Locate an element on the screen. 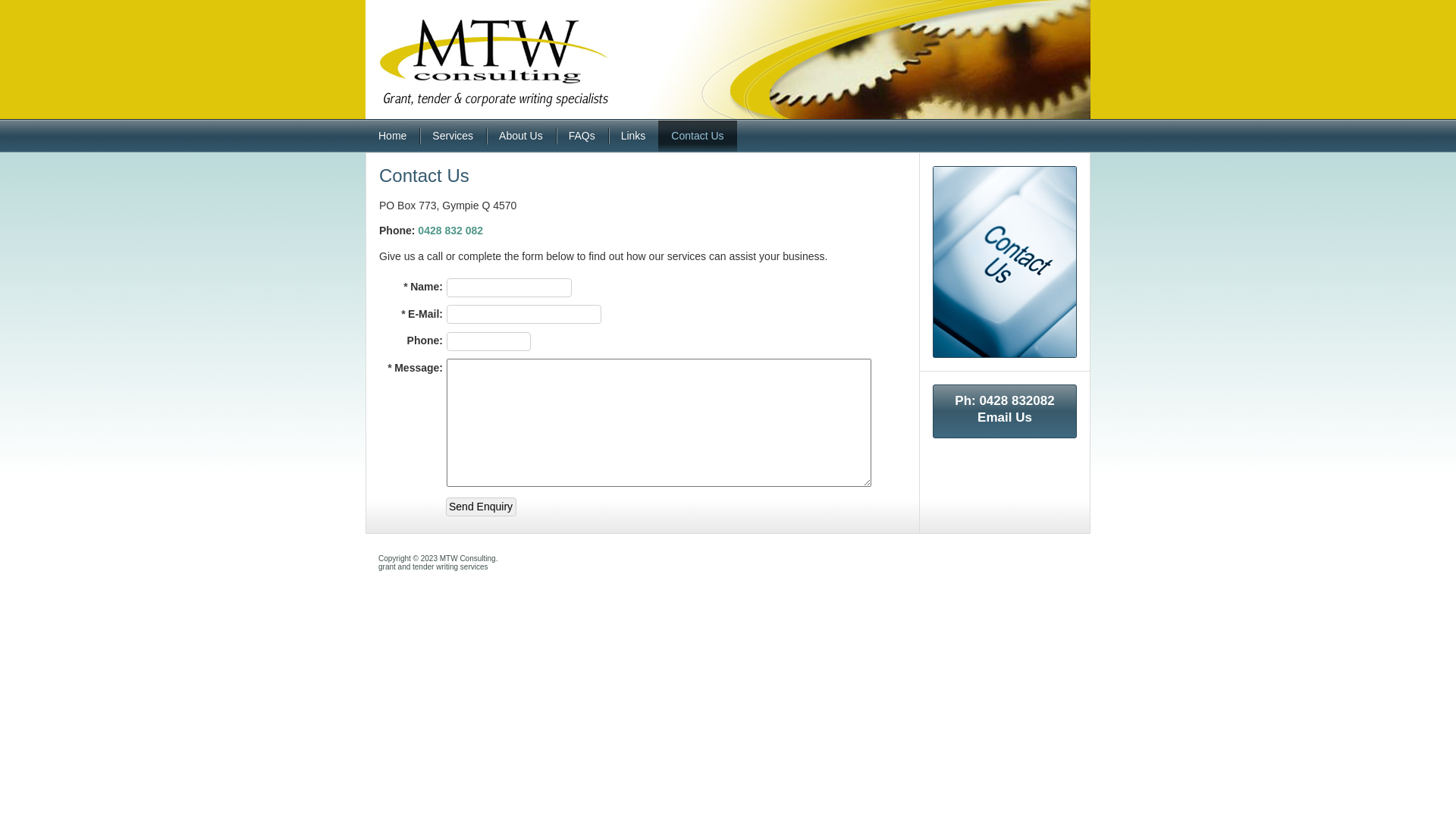 The height and width of the screenshot is (819, 1456). 'FAQs' is located at coordinates (581, 135).